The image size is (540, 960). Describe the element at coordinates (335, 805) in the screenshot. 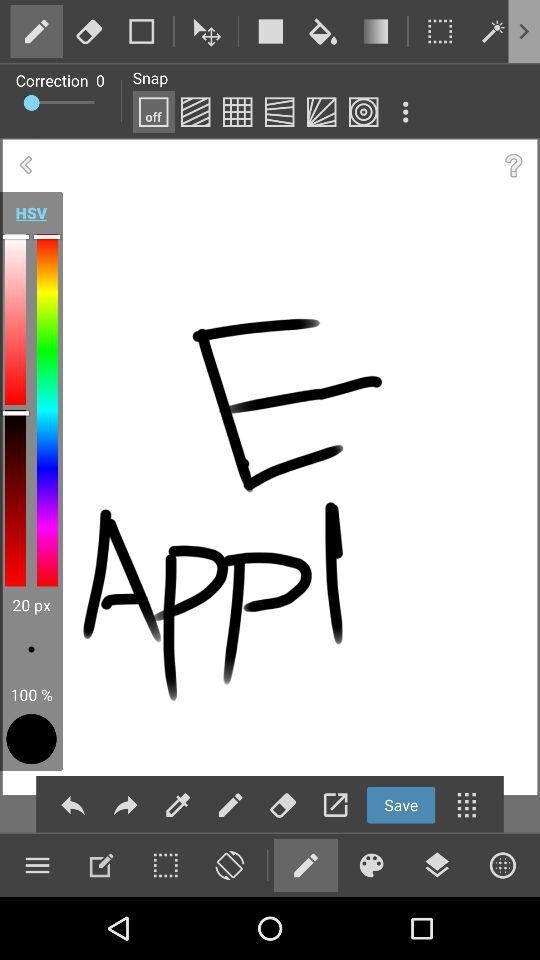

I see `expand` at that location.